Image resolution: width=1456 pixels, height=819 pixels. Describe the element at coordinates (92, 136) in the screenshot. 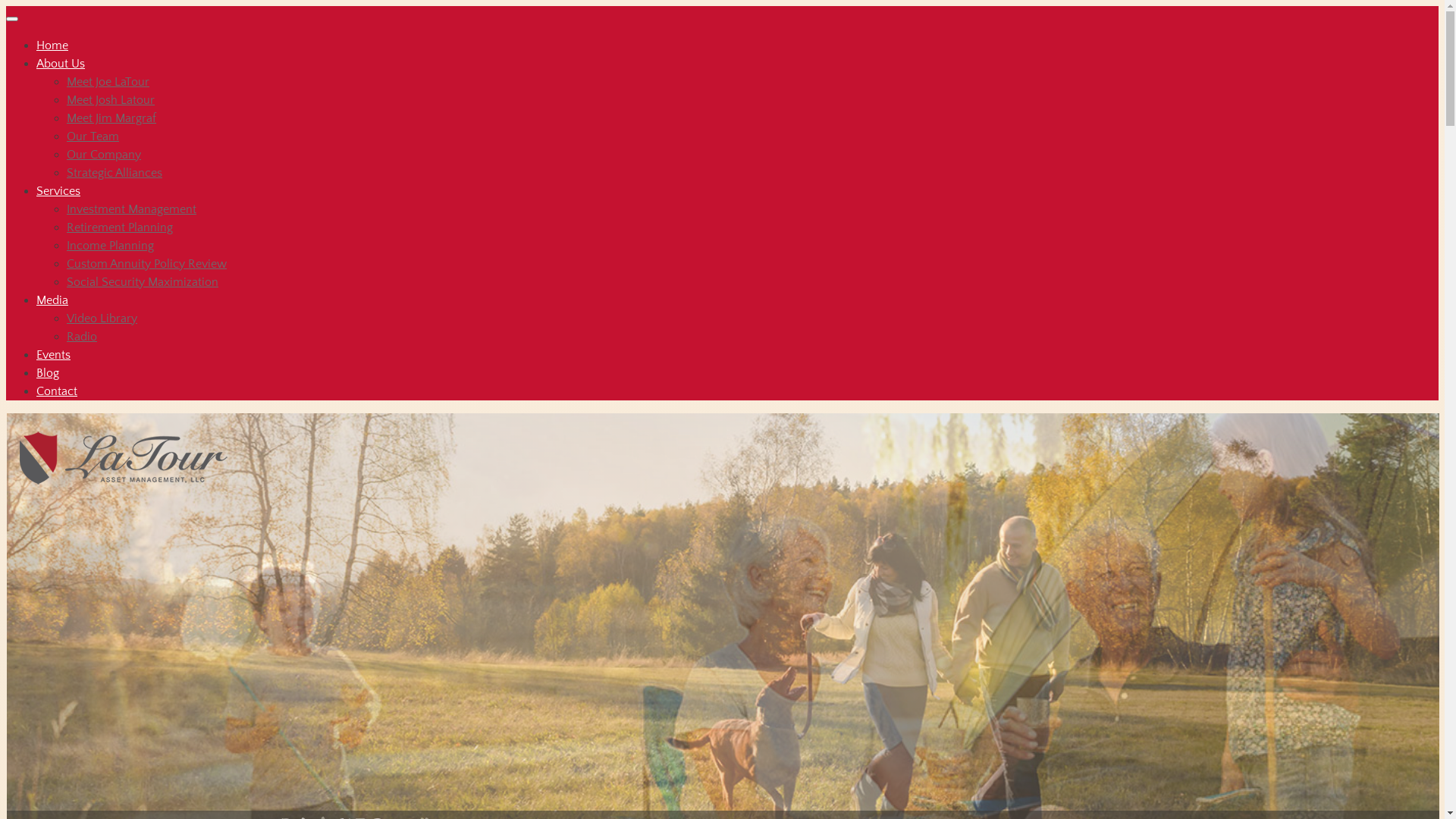

I see `'Our Team'` at that location.